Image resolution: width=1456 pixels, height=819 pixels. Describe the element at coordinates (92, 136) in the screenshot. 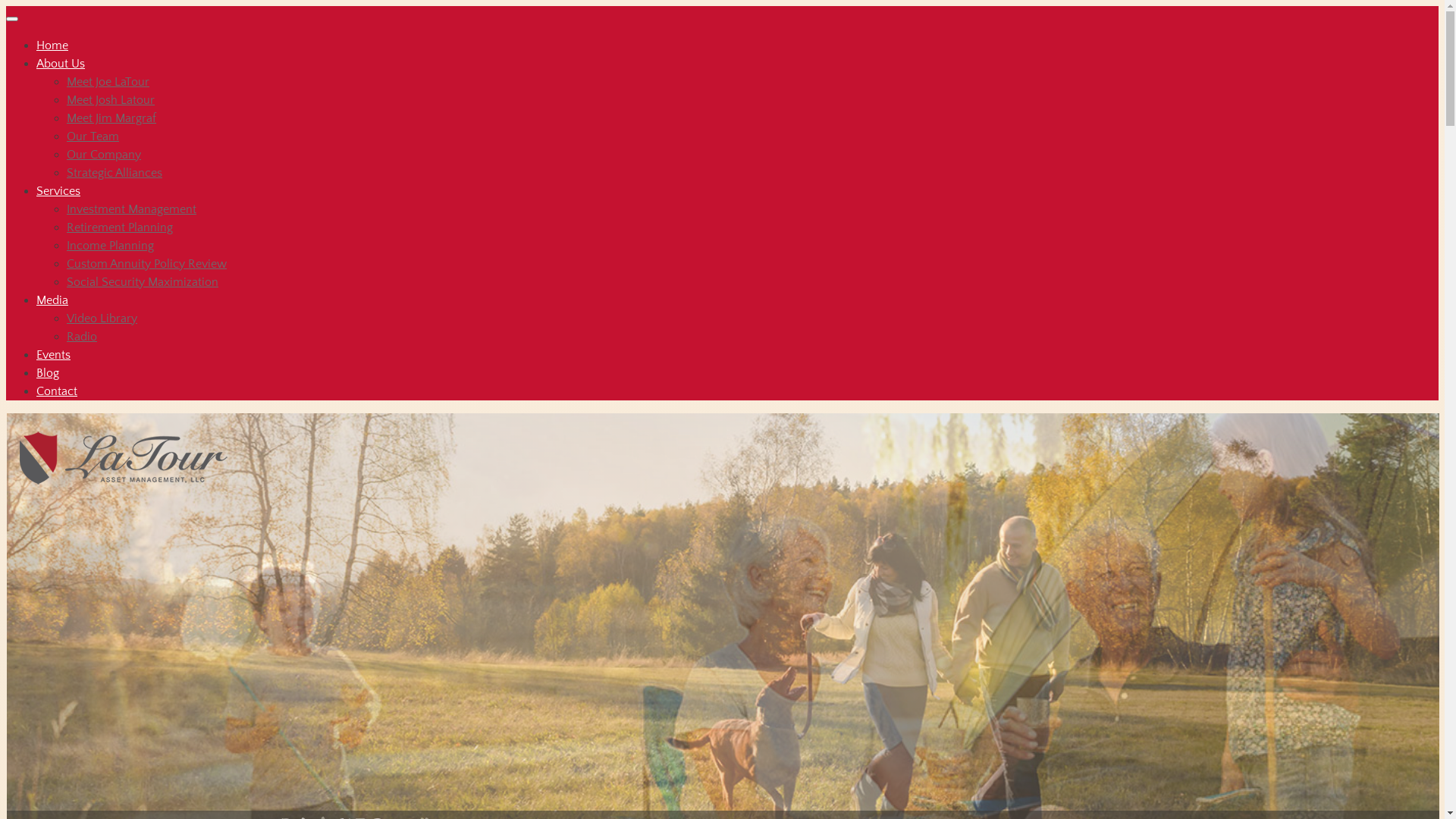

I see `'Our Team'` at that location.